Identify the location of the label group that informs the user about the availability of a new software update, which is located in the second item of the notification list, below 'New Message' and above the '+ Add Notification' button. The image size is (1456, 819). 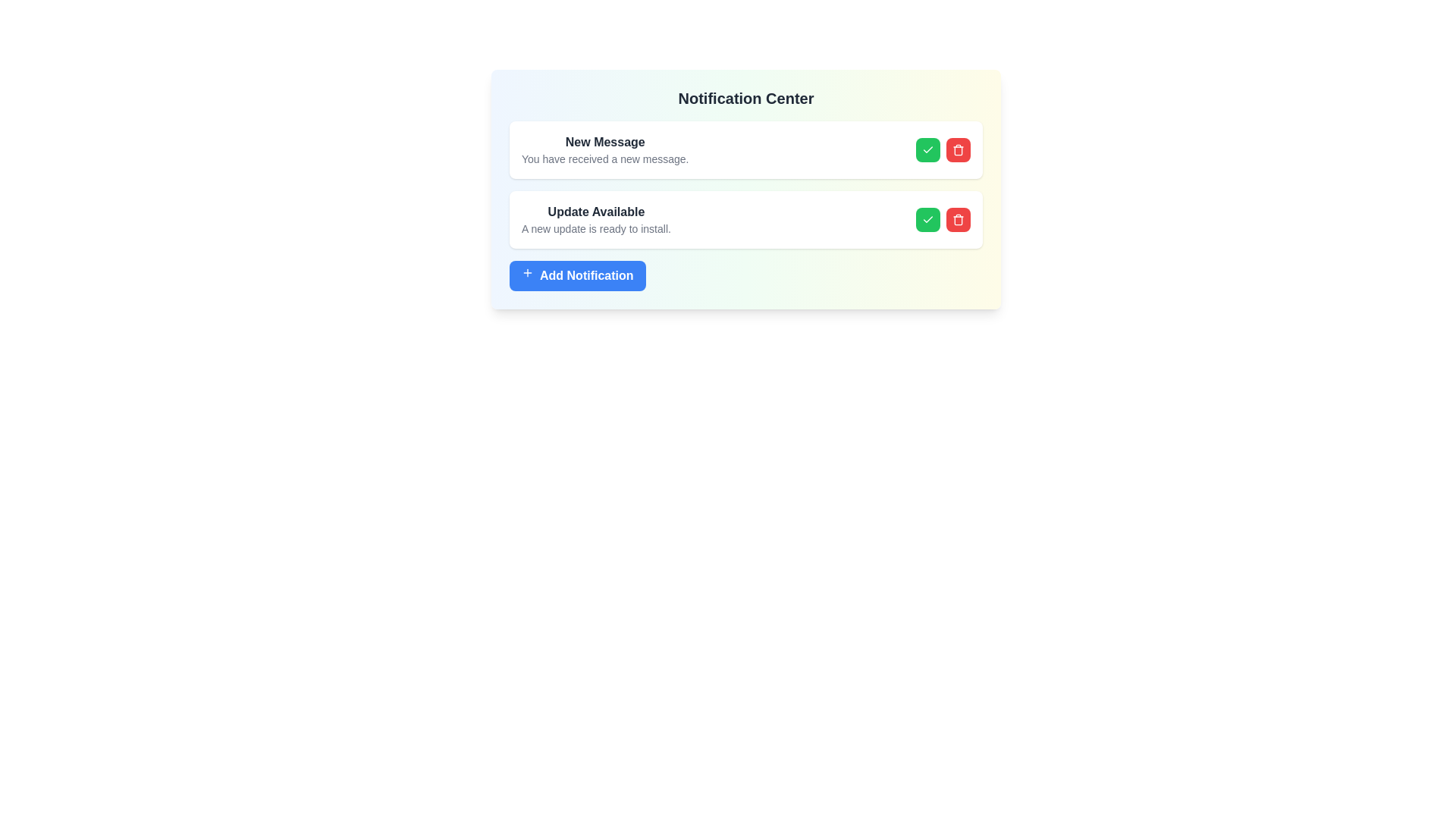
(595, 219).